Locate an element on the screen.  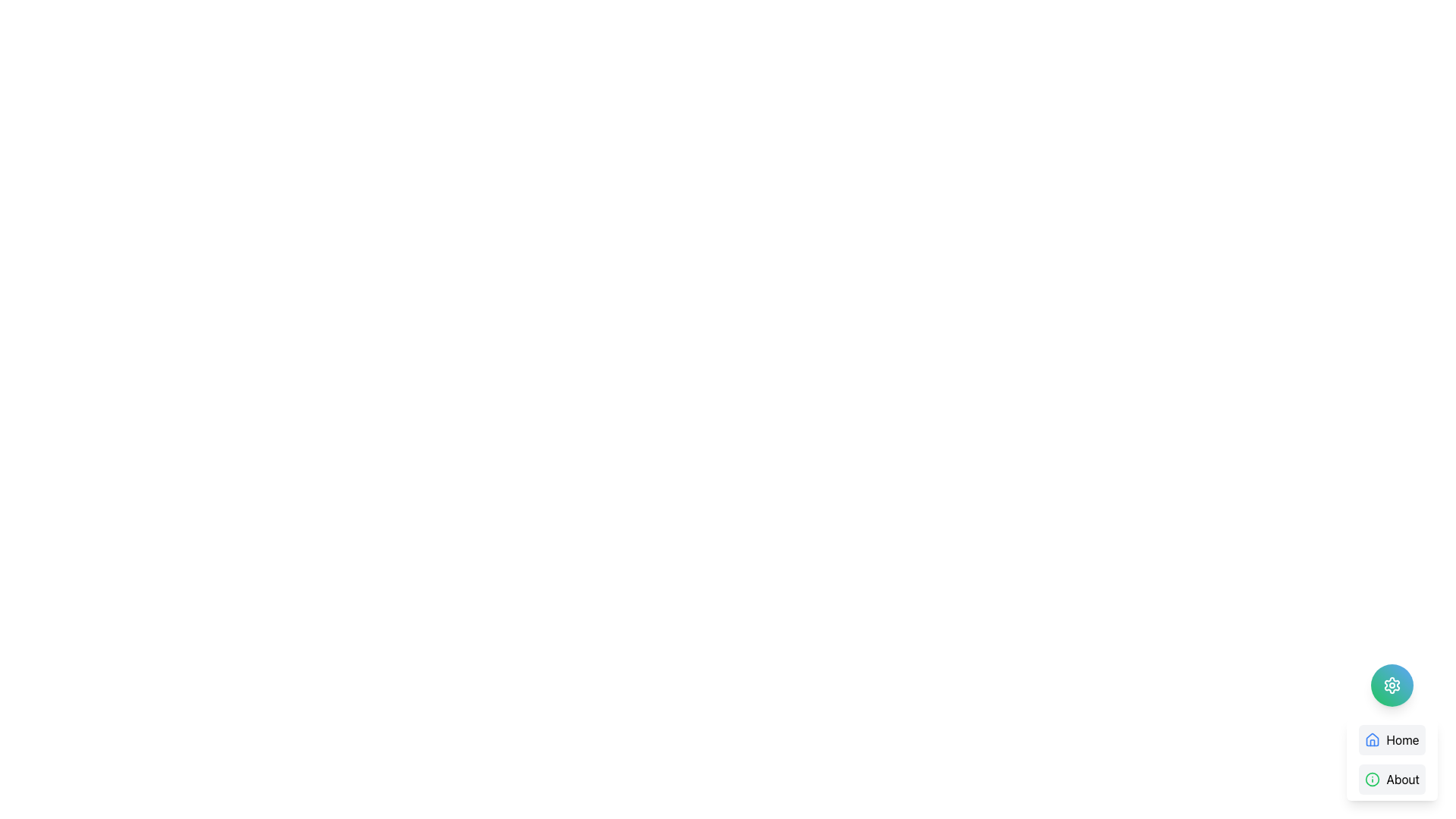
the 'About' button, which is the second item in a vertical list with a green circular 'i' icon and light gray background is located at coordinates (1392, 780).